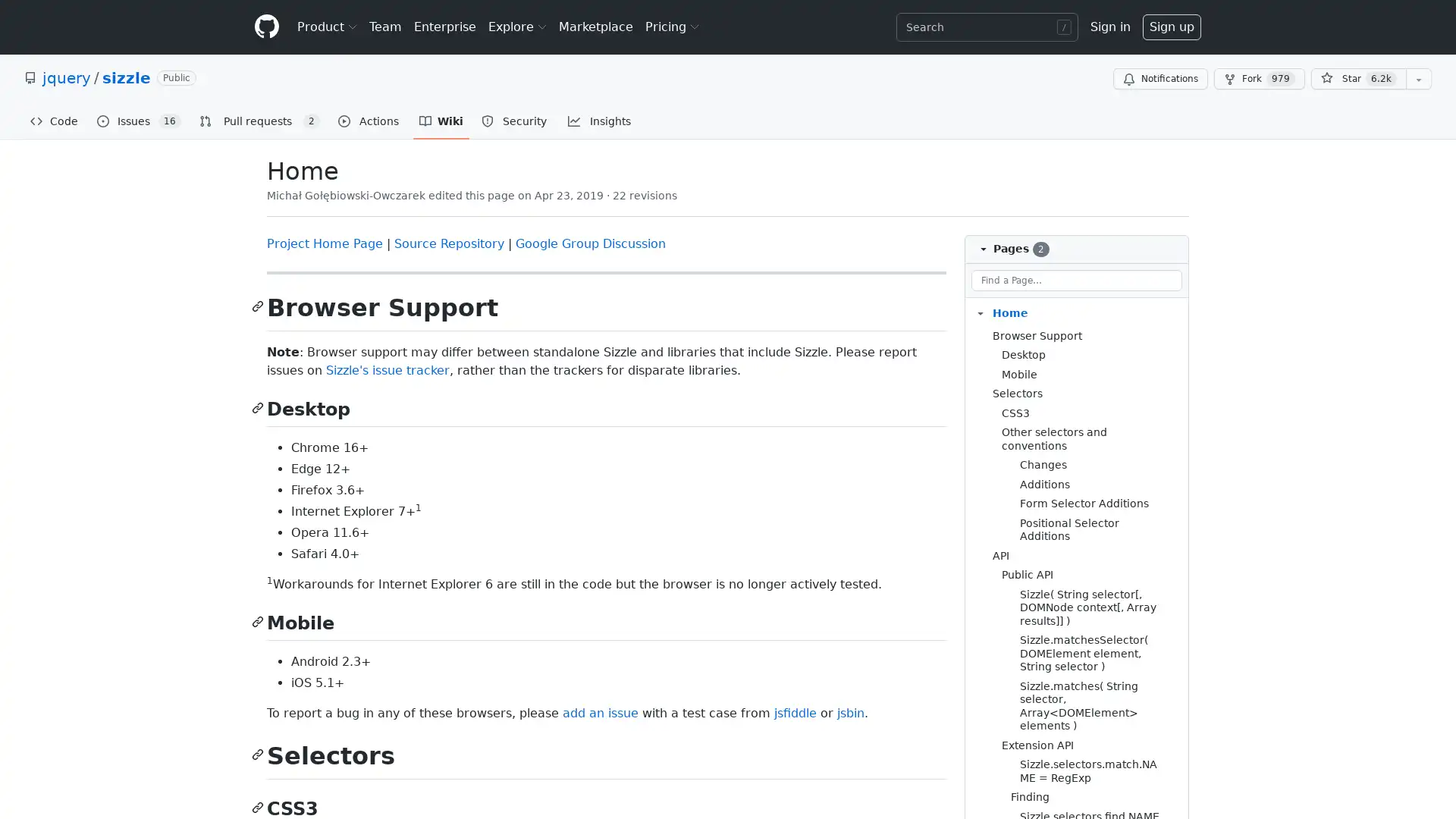  I want to click on You must be signed in to add this repository to a list, so click(1418, 79).